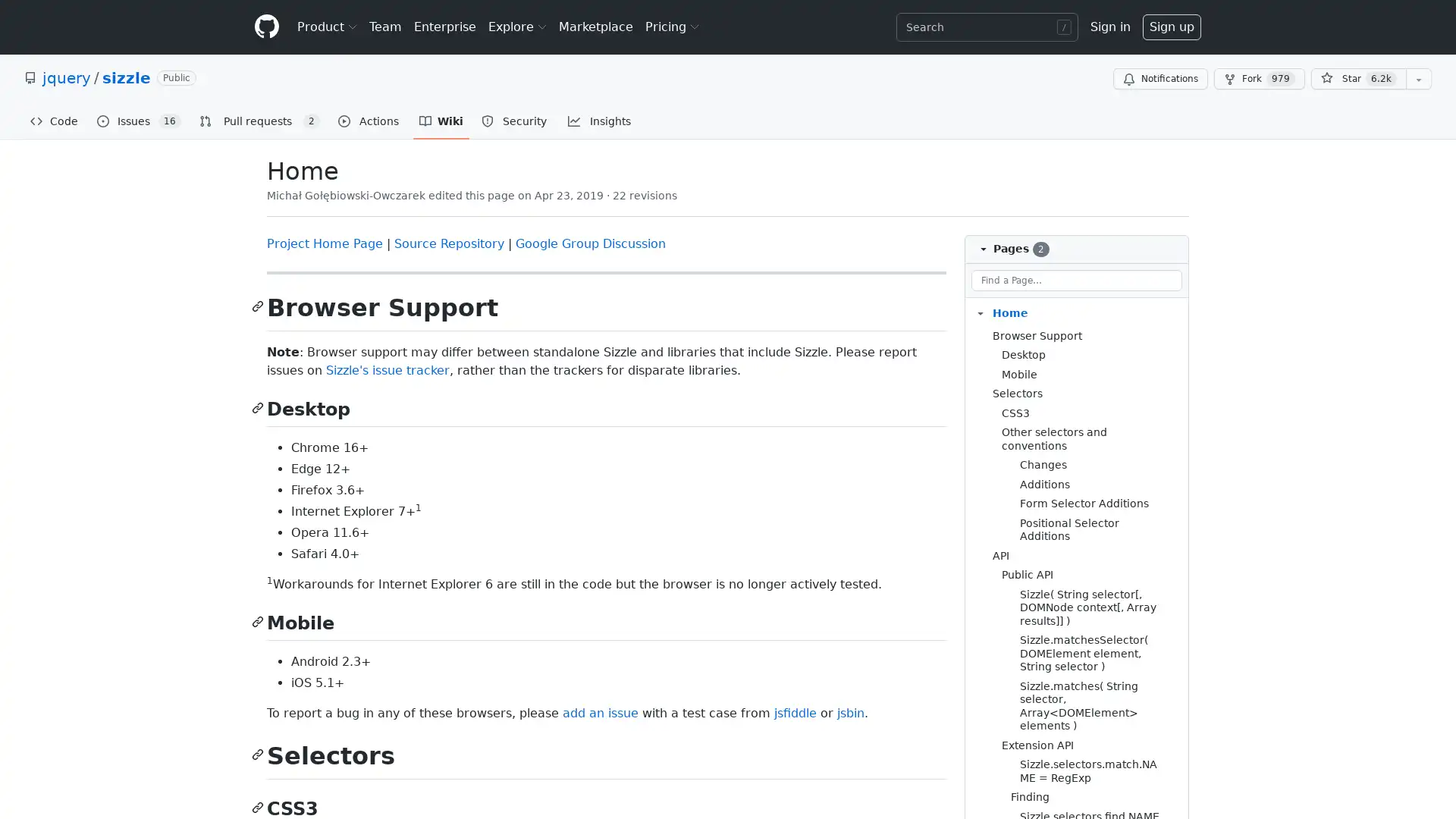  I want to click on You must be signed in to add this repository to a list, so click(1418, 79).